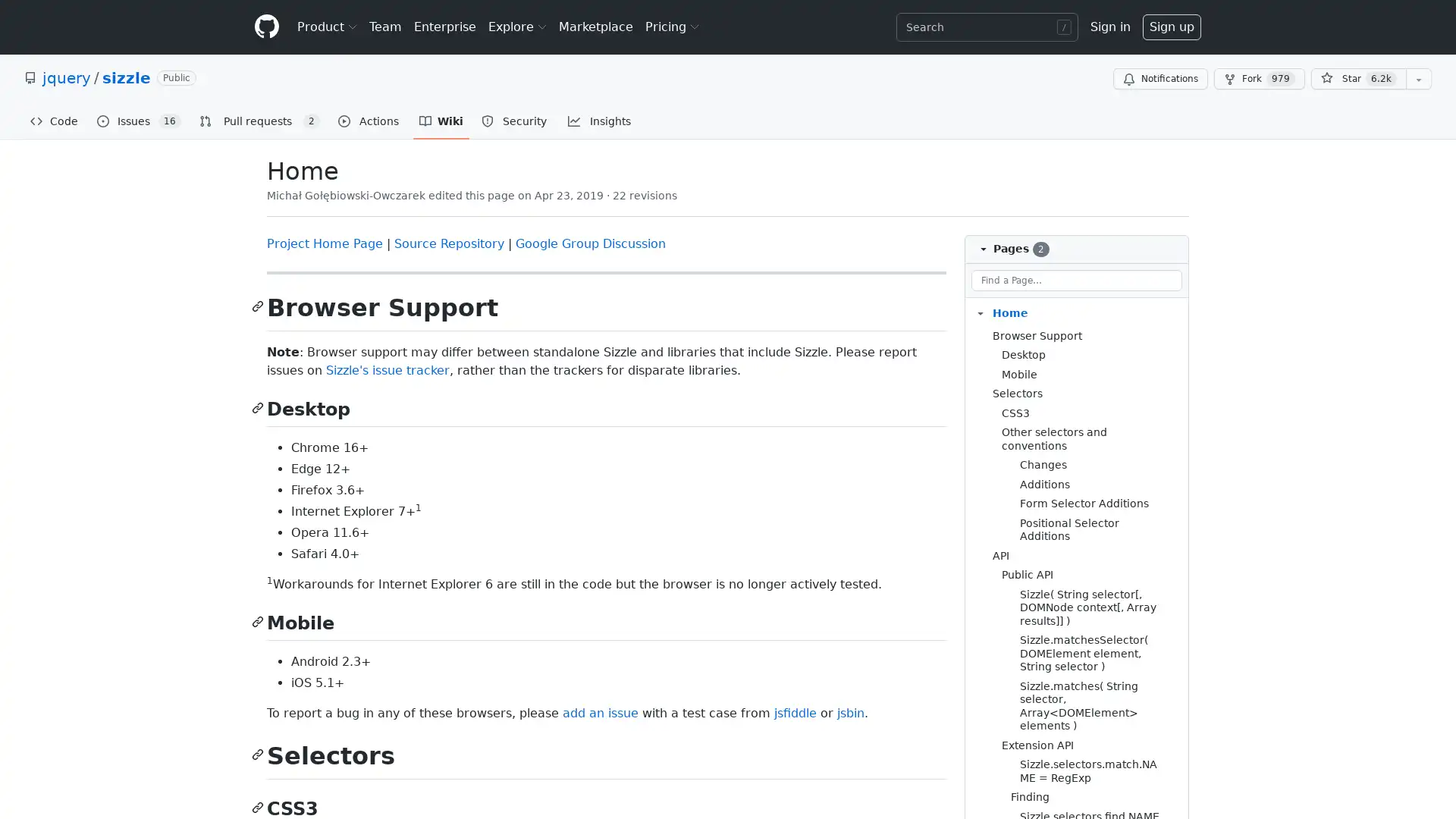  I want to click on You must be signed in to add this repository to a list, so click(1418, 79).